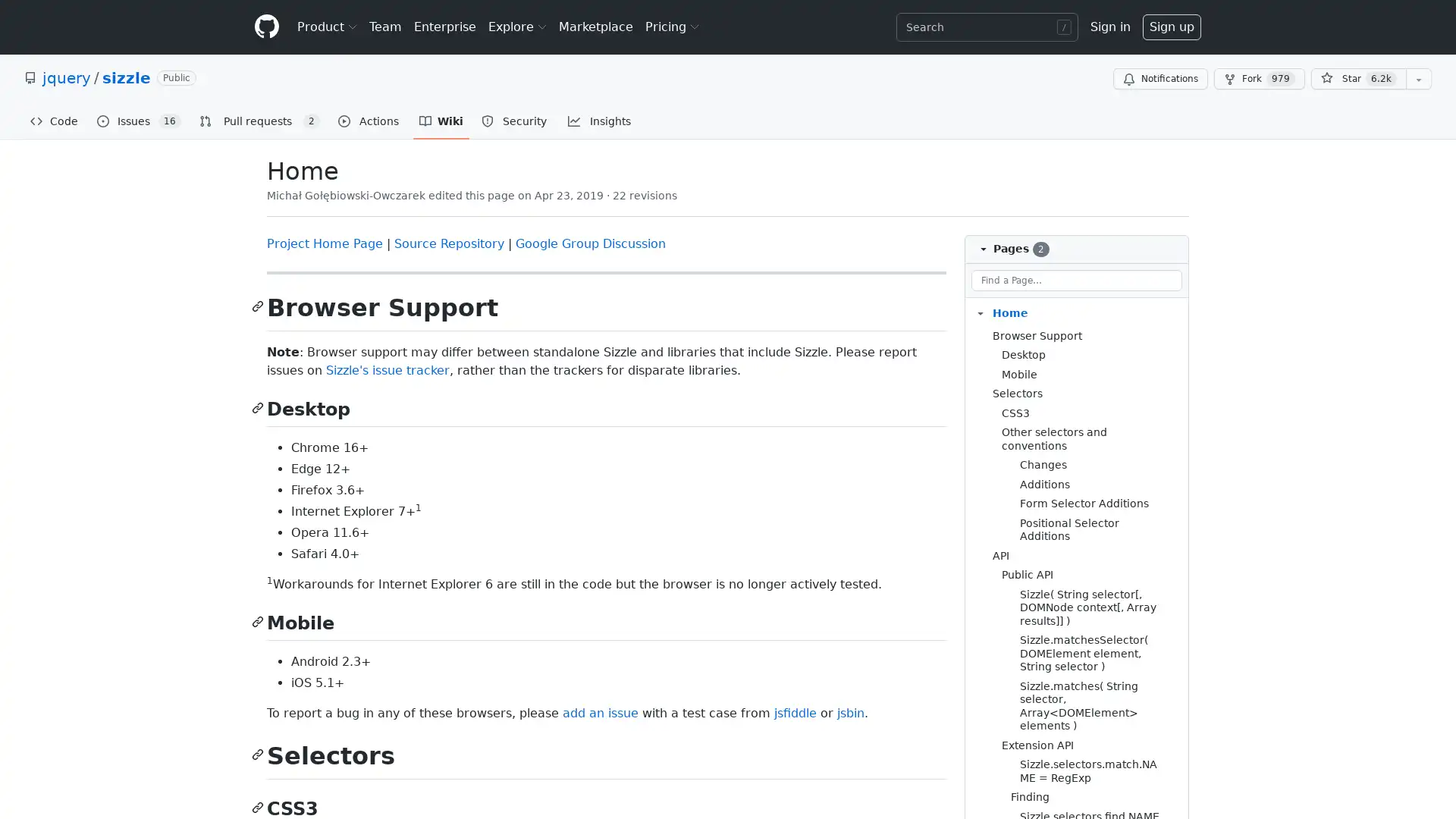  I want to click on You must be signed in to add this repository to a list, so click(1418, 79).